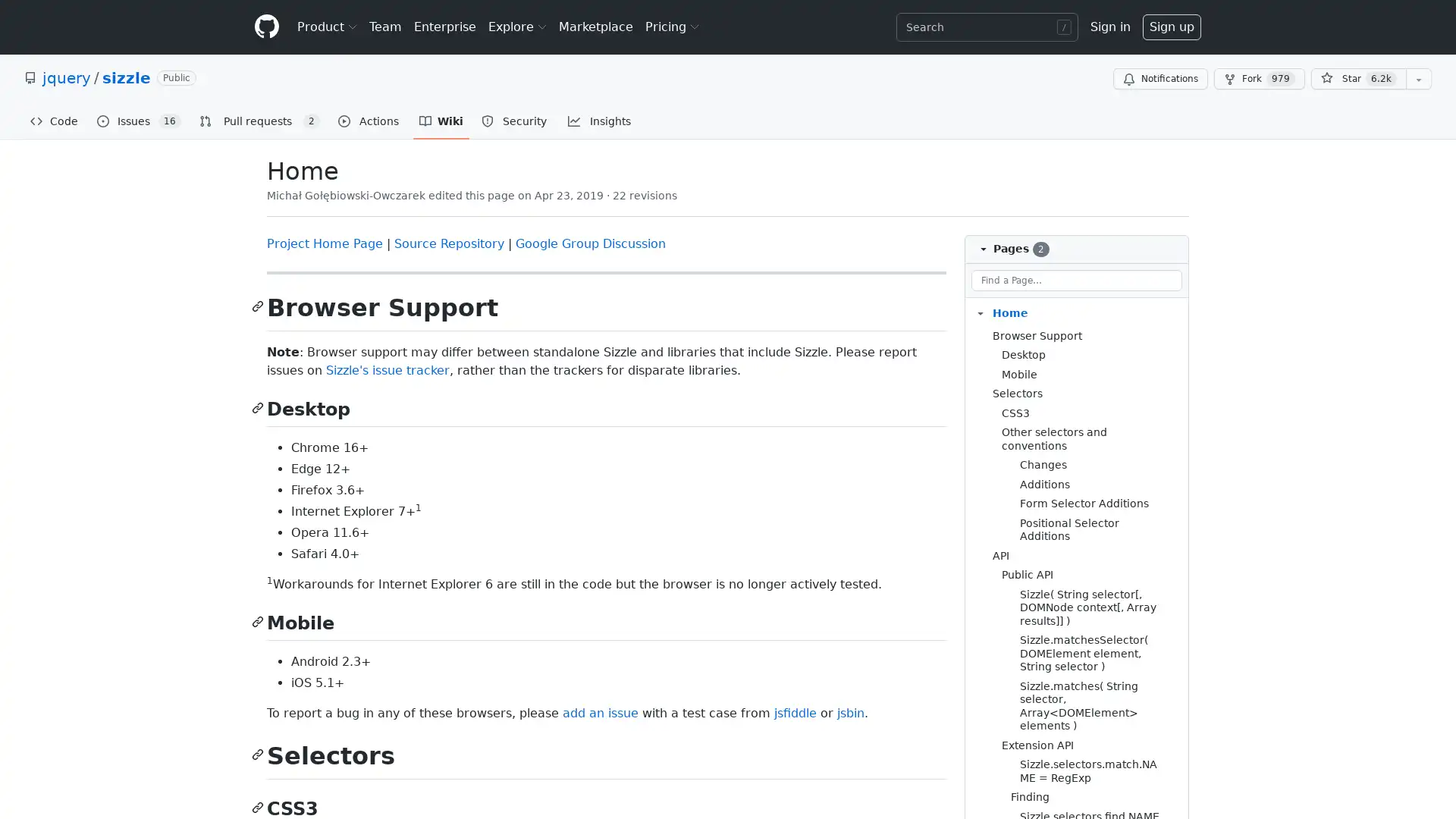  I want to click on You must be signed in to add this repository to a list, so click(1418, 79).